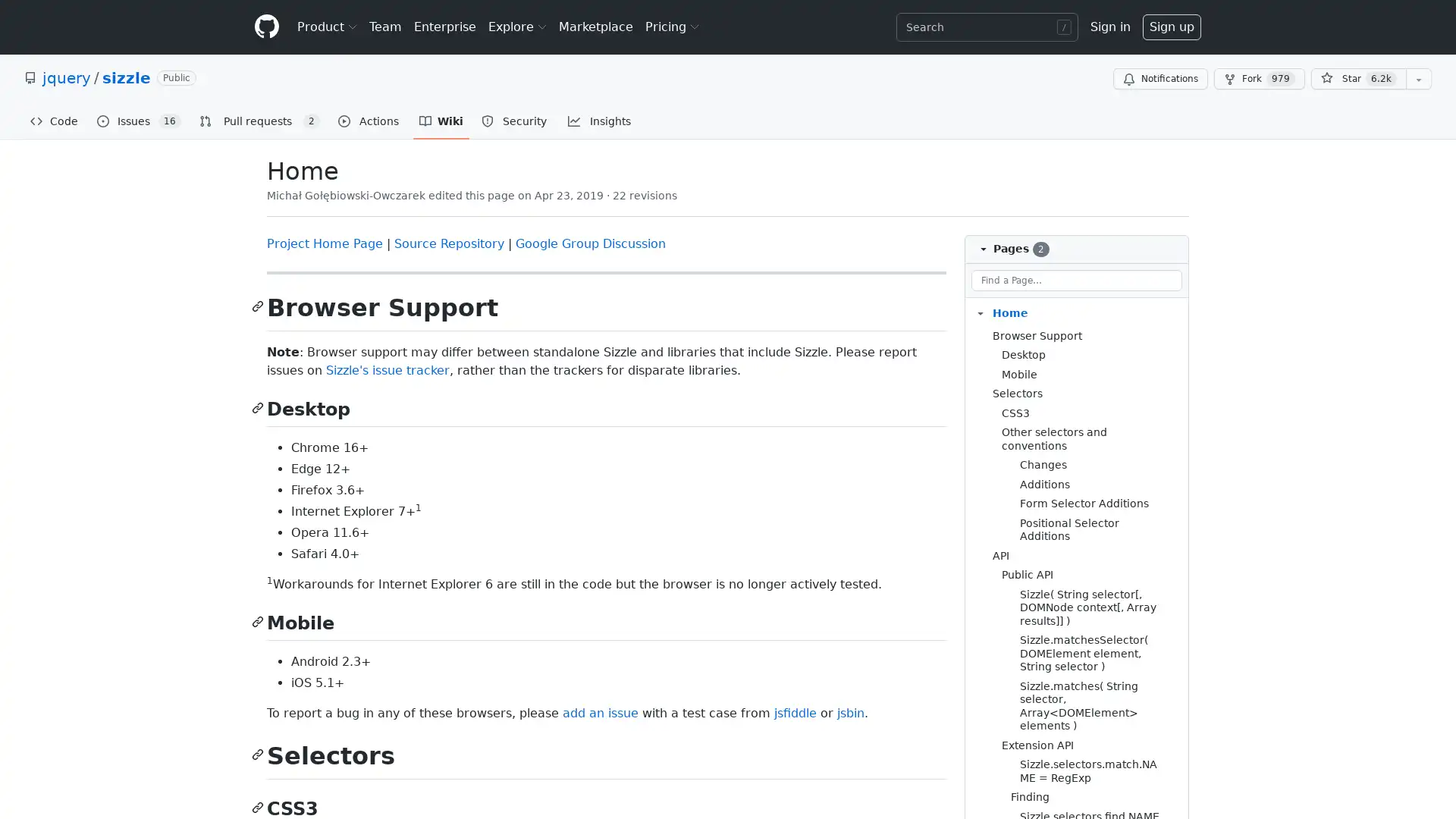  I want to click on You must be signed in to add this repository to a list, so click(1418, 79).